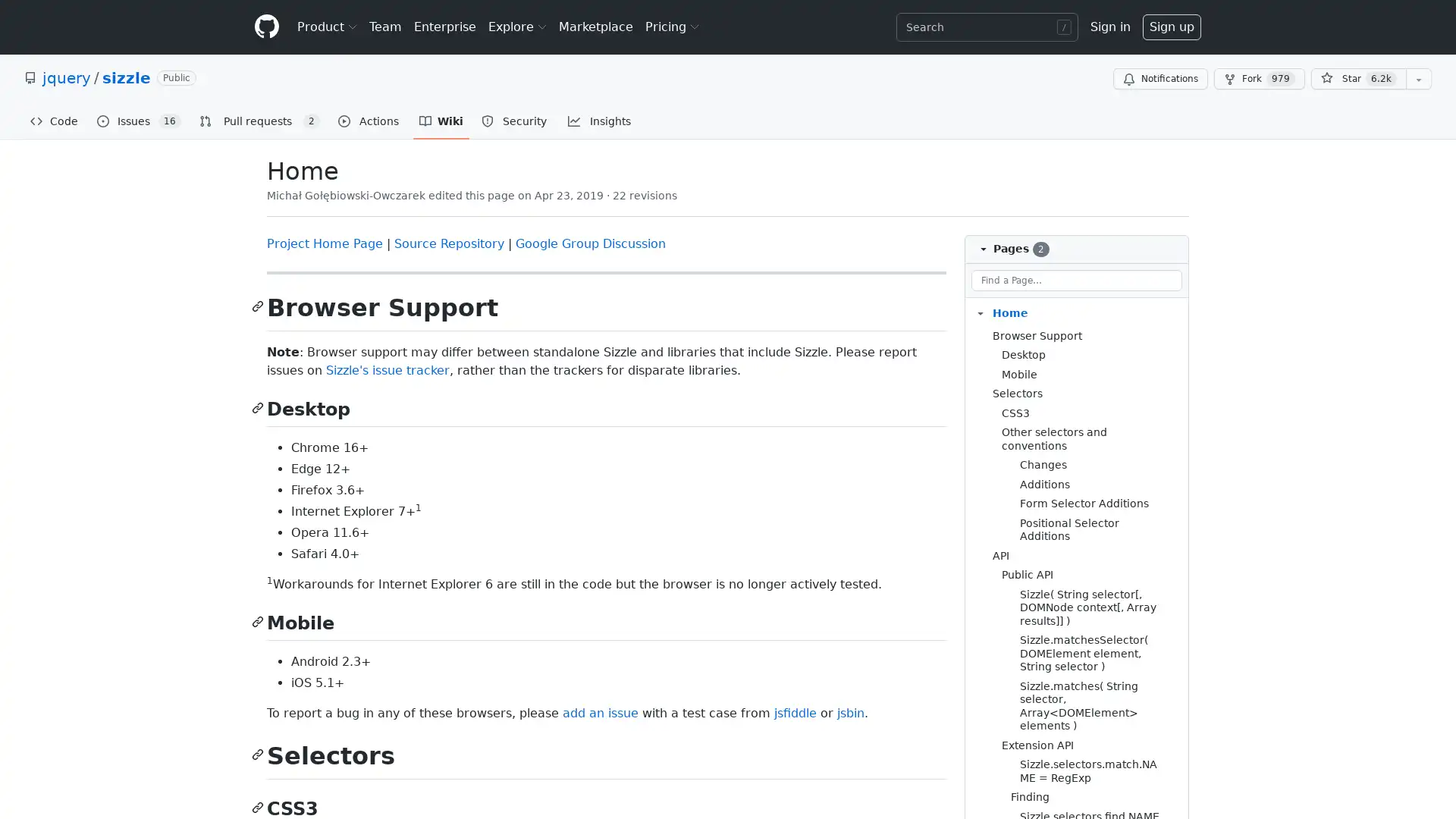  I want to click on You must be signed in to add this repository to a list, so click(1418, 79).